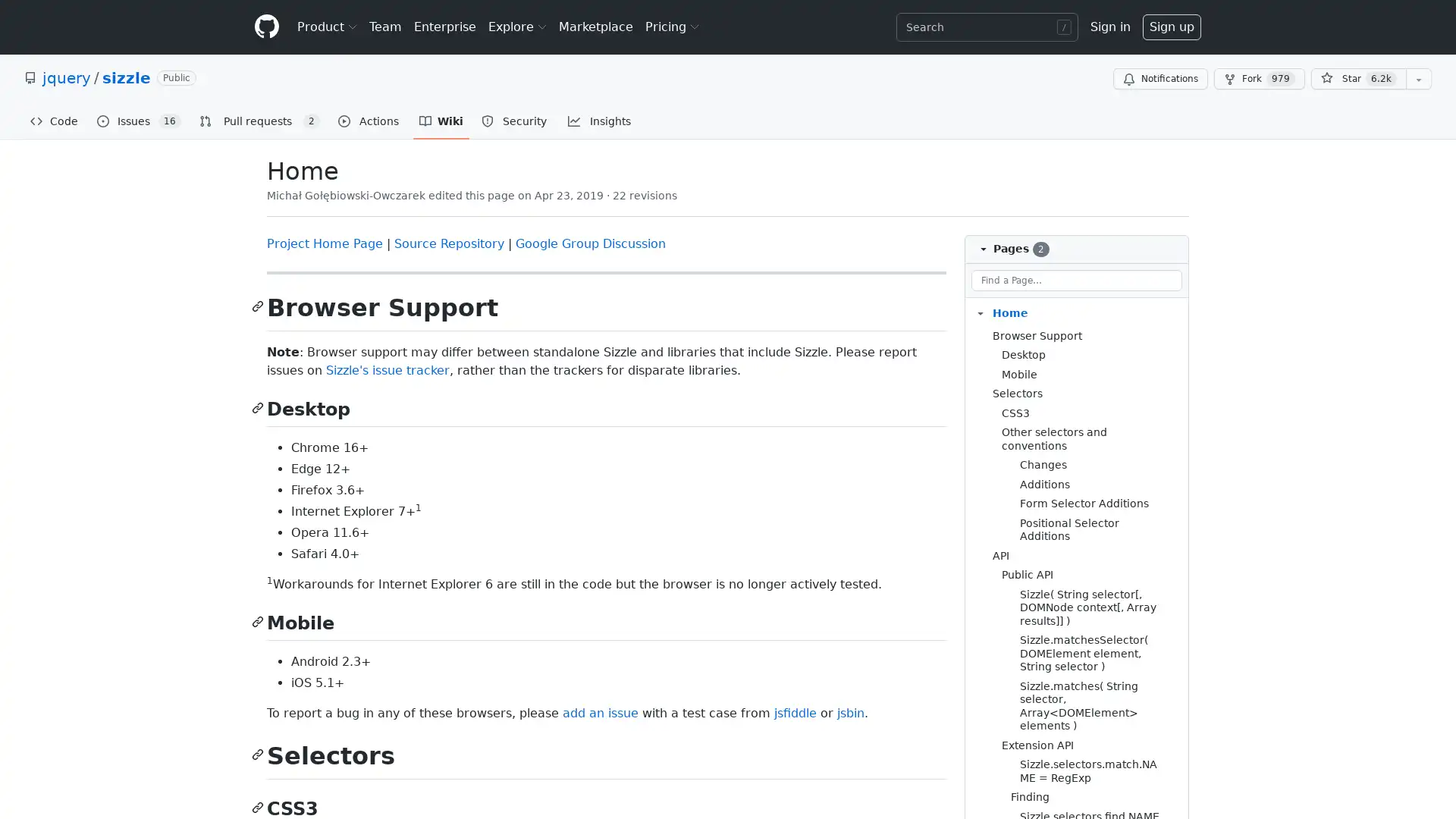  I want to click on You must be signed in to add this repository to a list, so click(1418, 79).